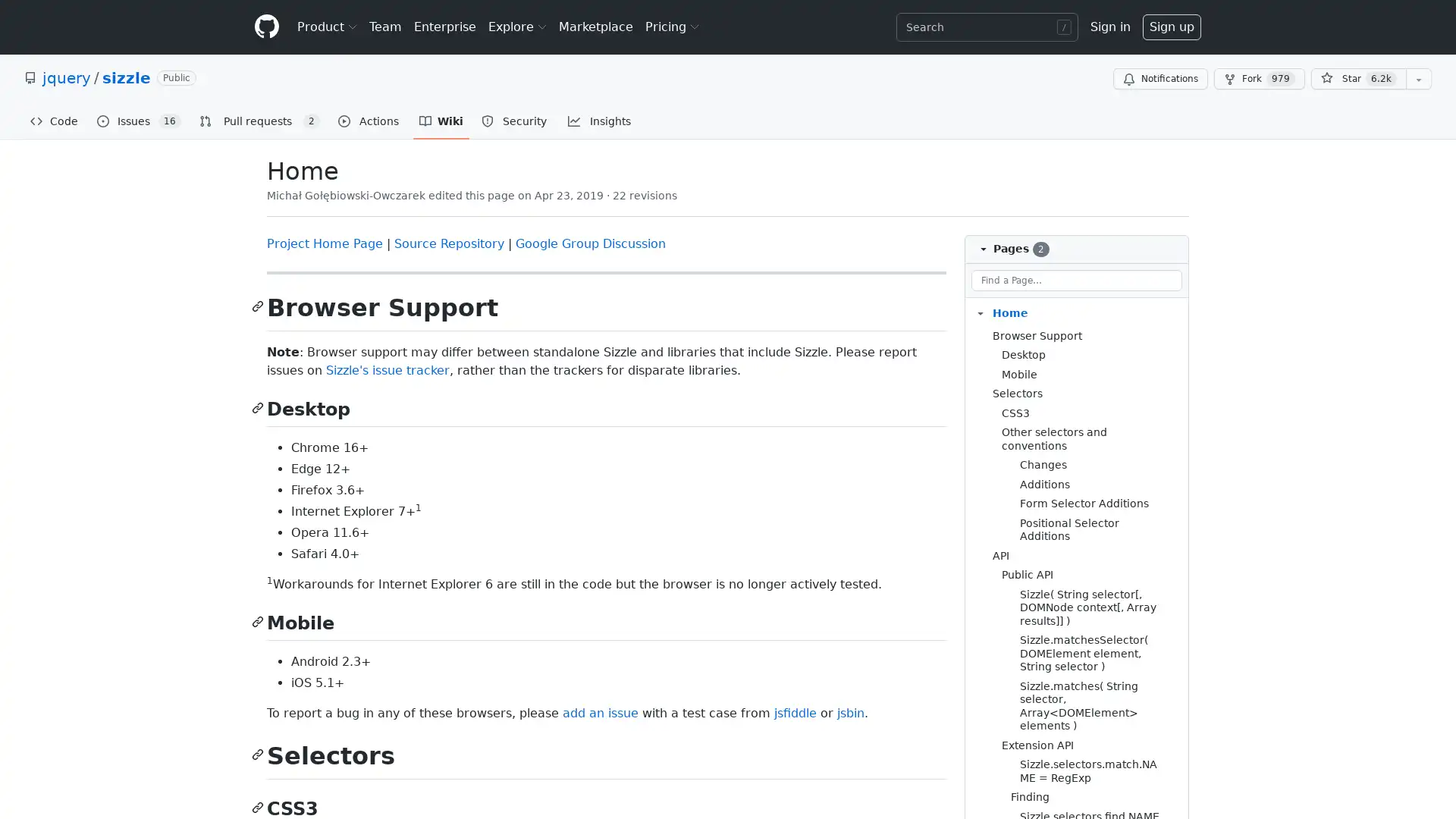  I want to click on You must be signed in to add this repository to a list, so click(1418, 79).